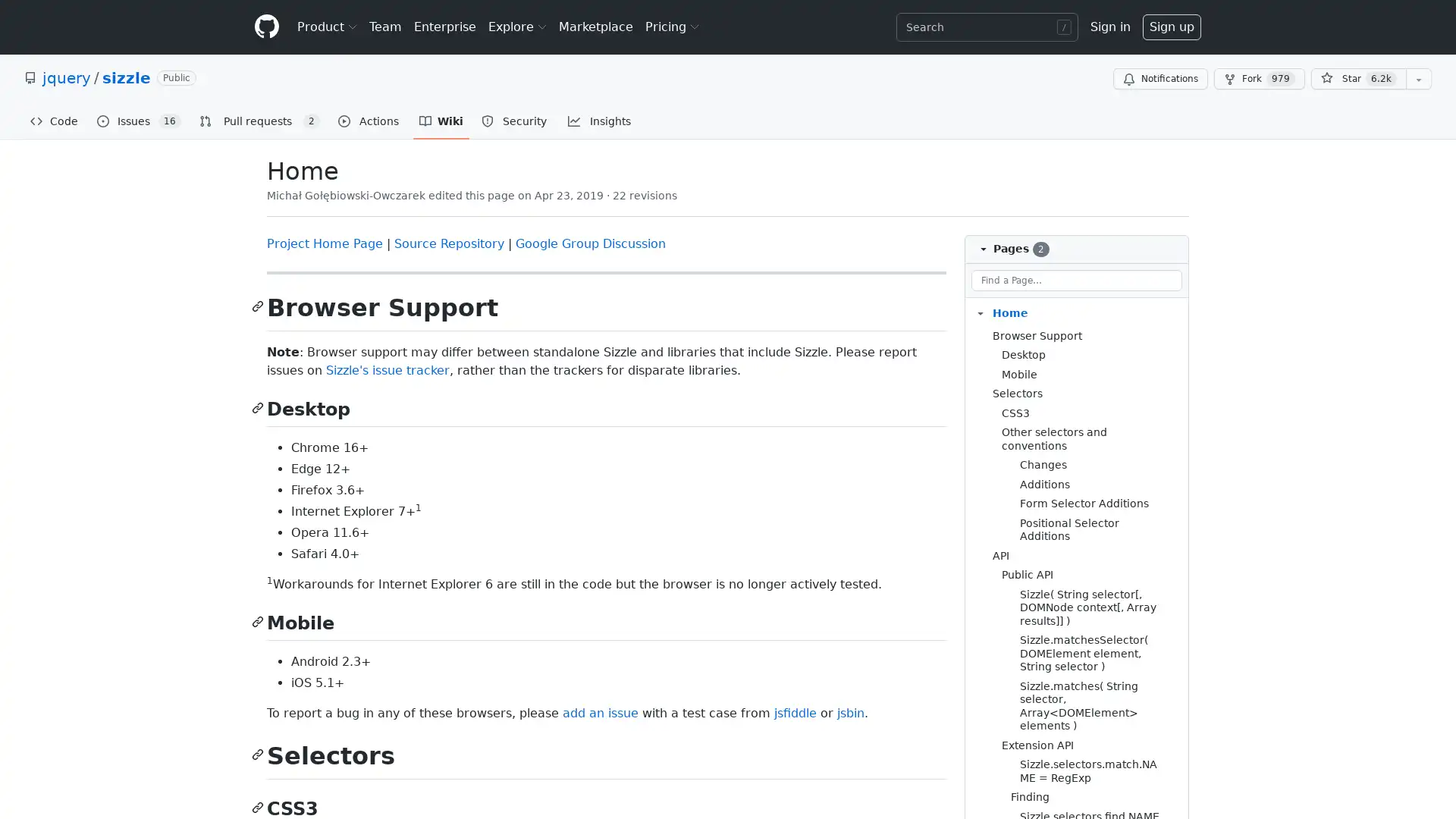  I want to click on You must be signed in to add this repository to a list, so click(1418, 79).